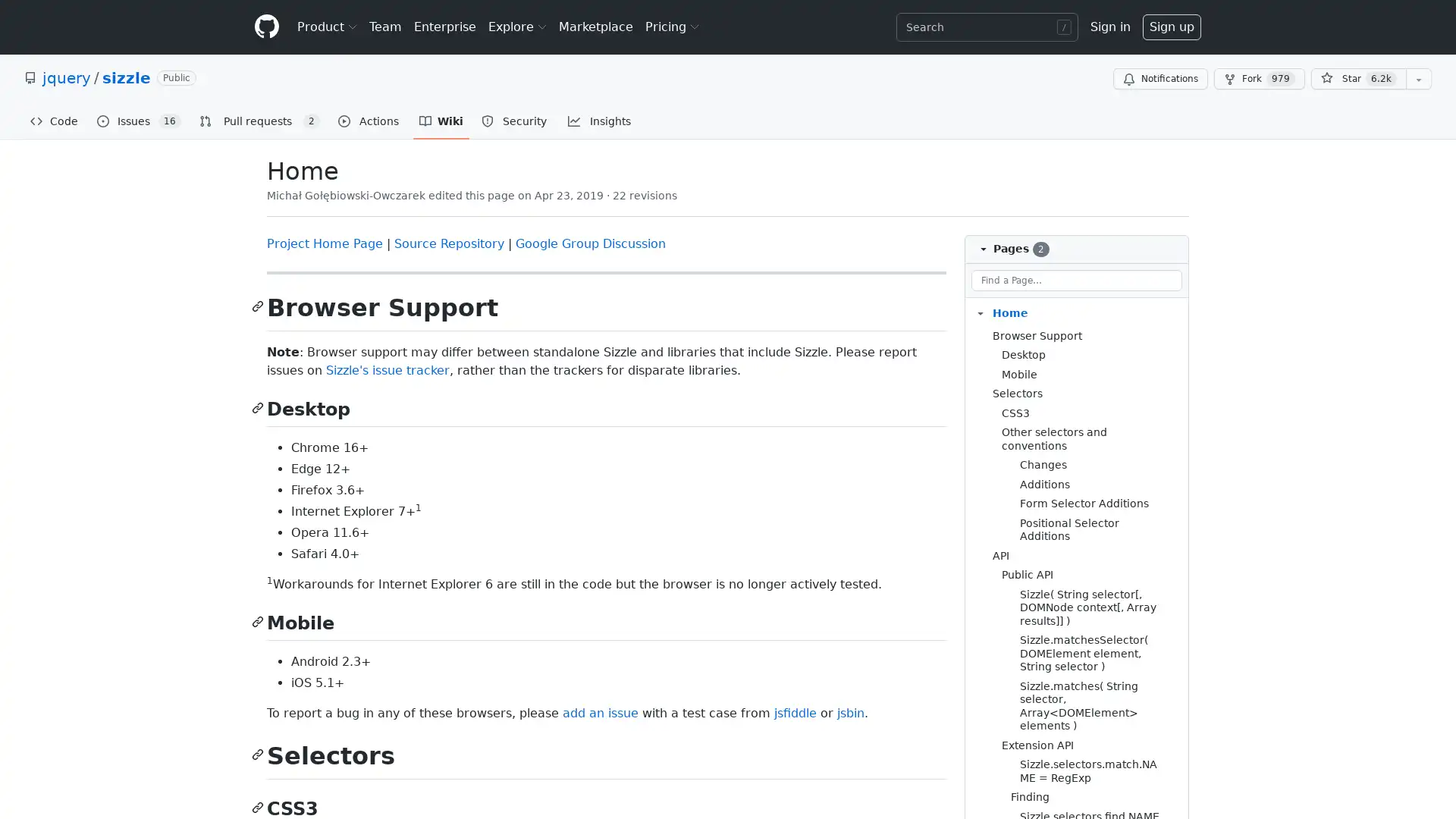  I want to click on You must be signed in to add this repository to a list, so click(1418, 79).